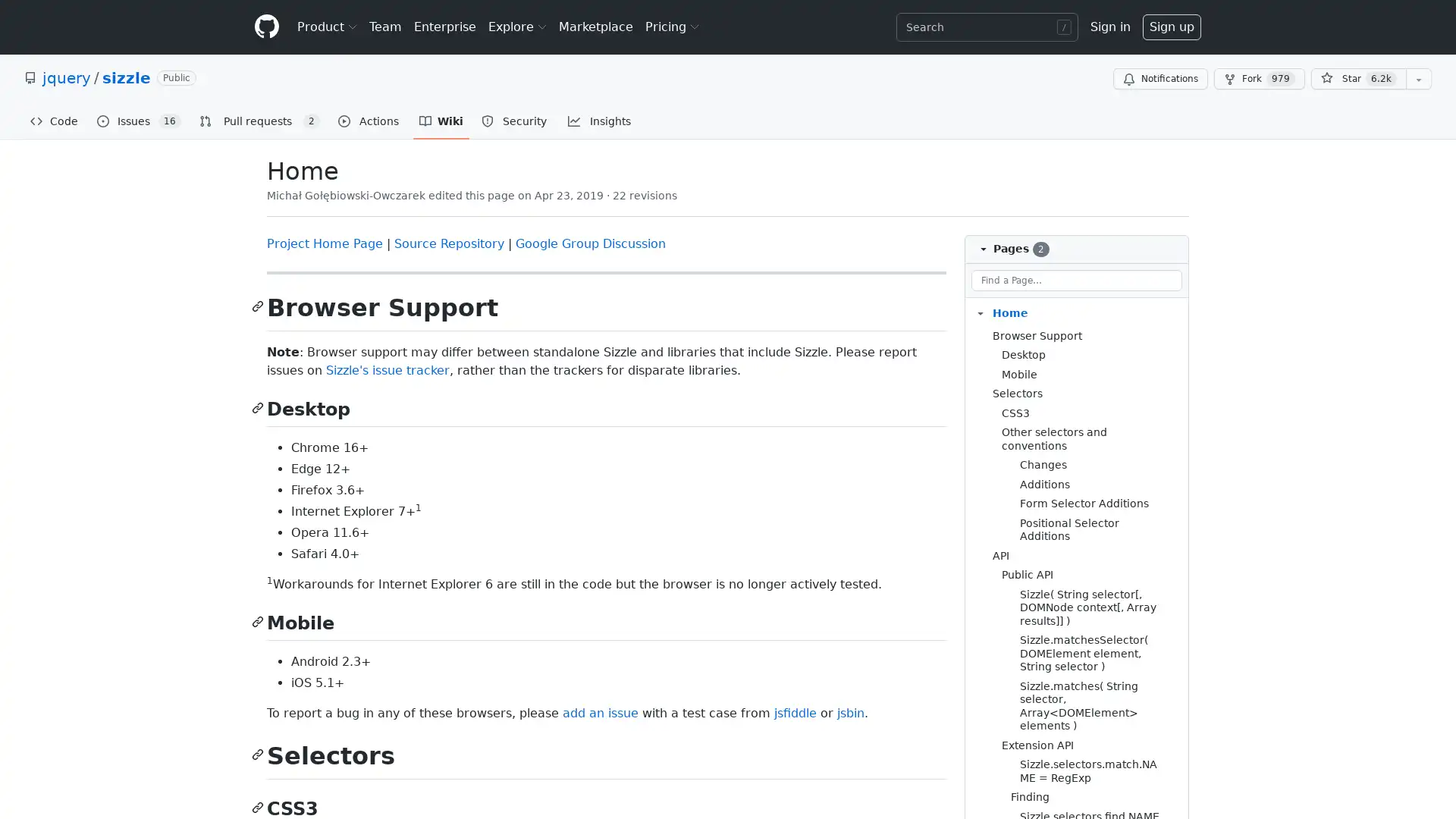  I want to click on You must be signed in to add this repository to a list, so click(1418, 79).